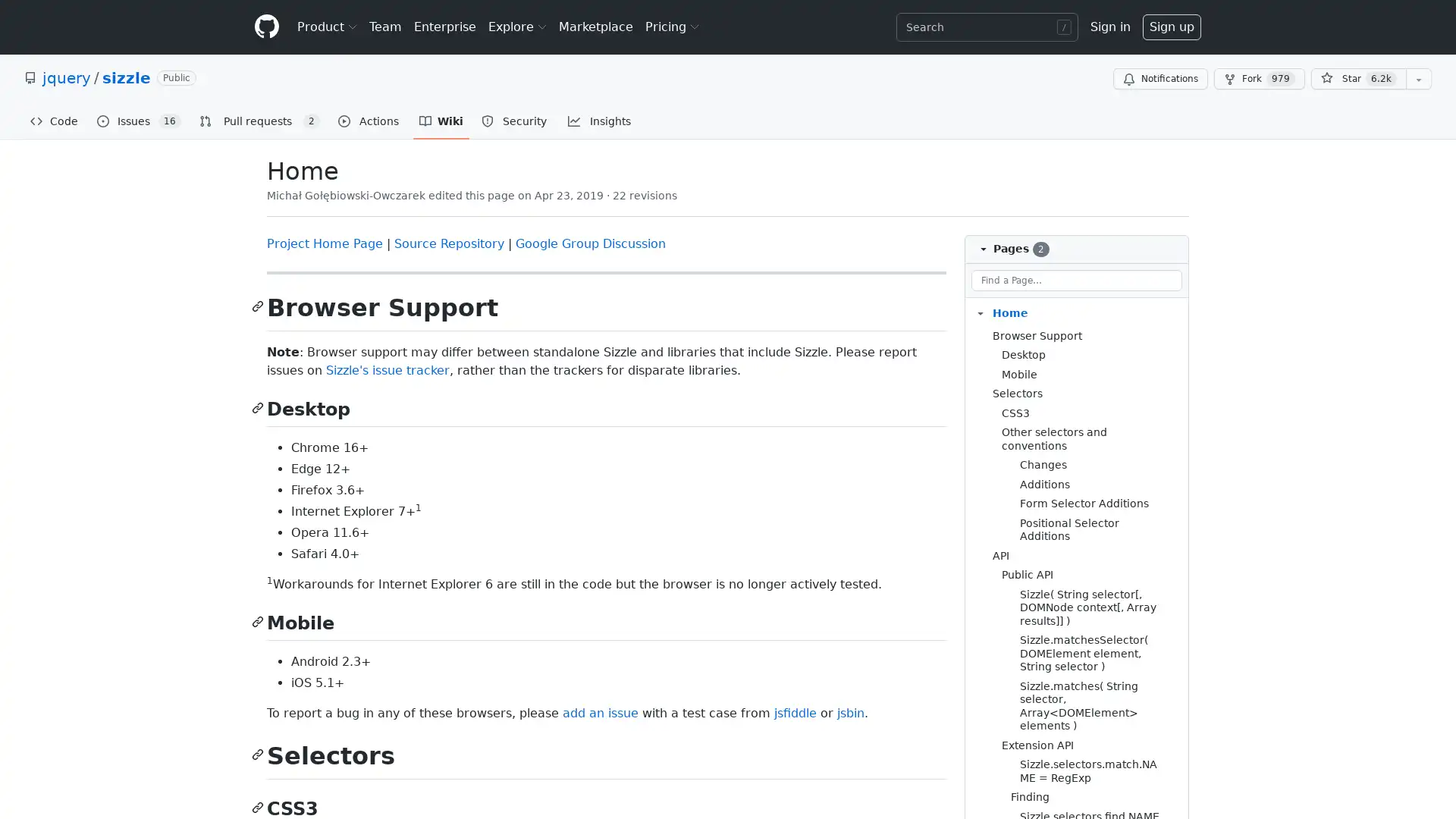  I want to click on You must be signed in to add this repository to a list, so click(1418, 79).